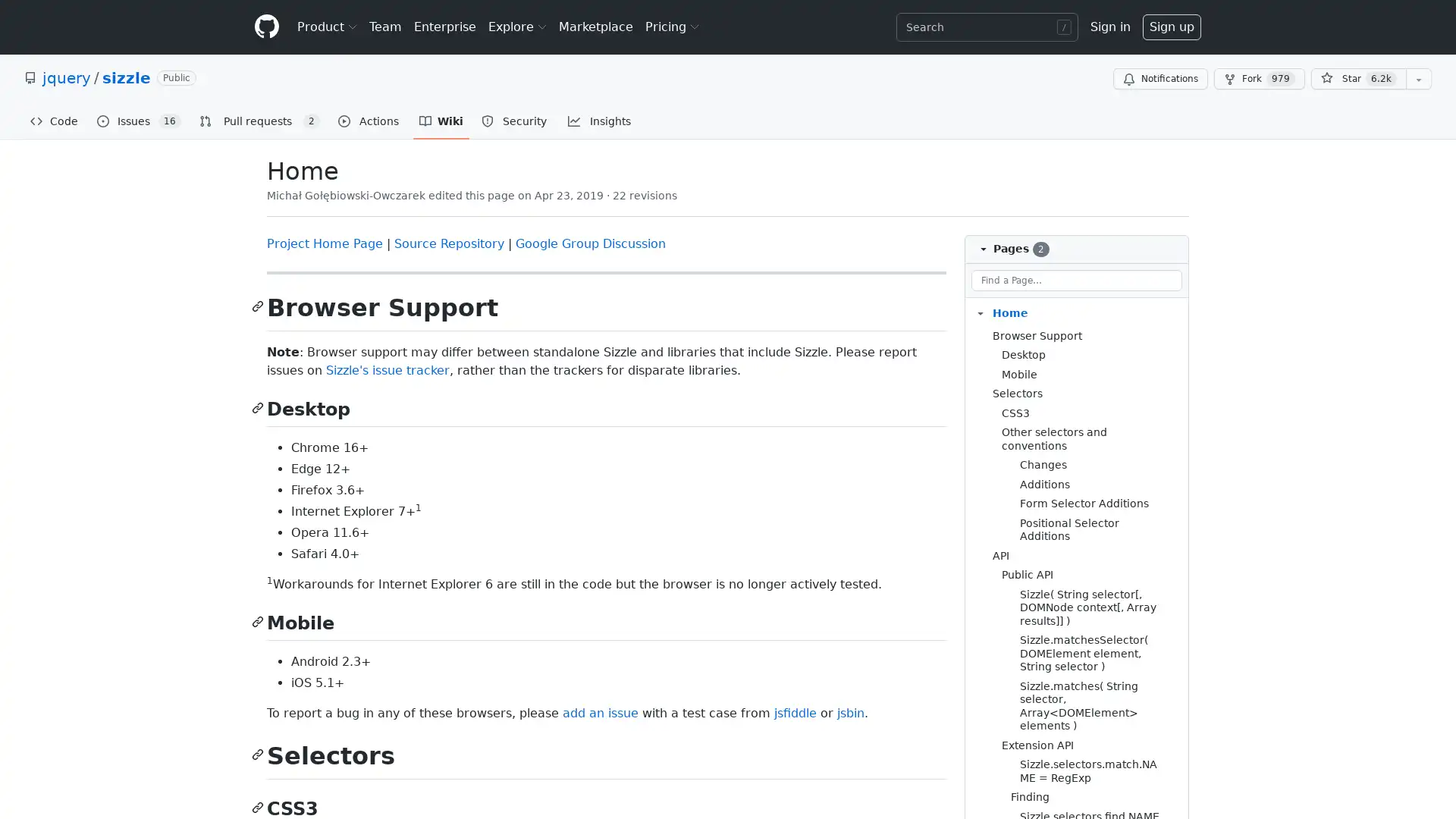  I want to click on You must be signed in to add this repository to a list, so click(1418, 79).